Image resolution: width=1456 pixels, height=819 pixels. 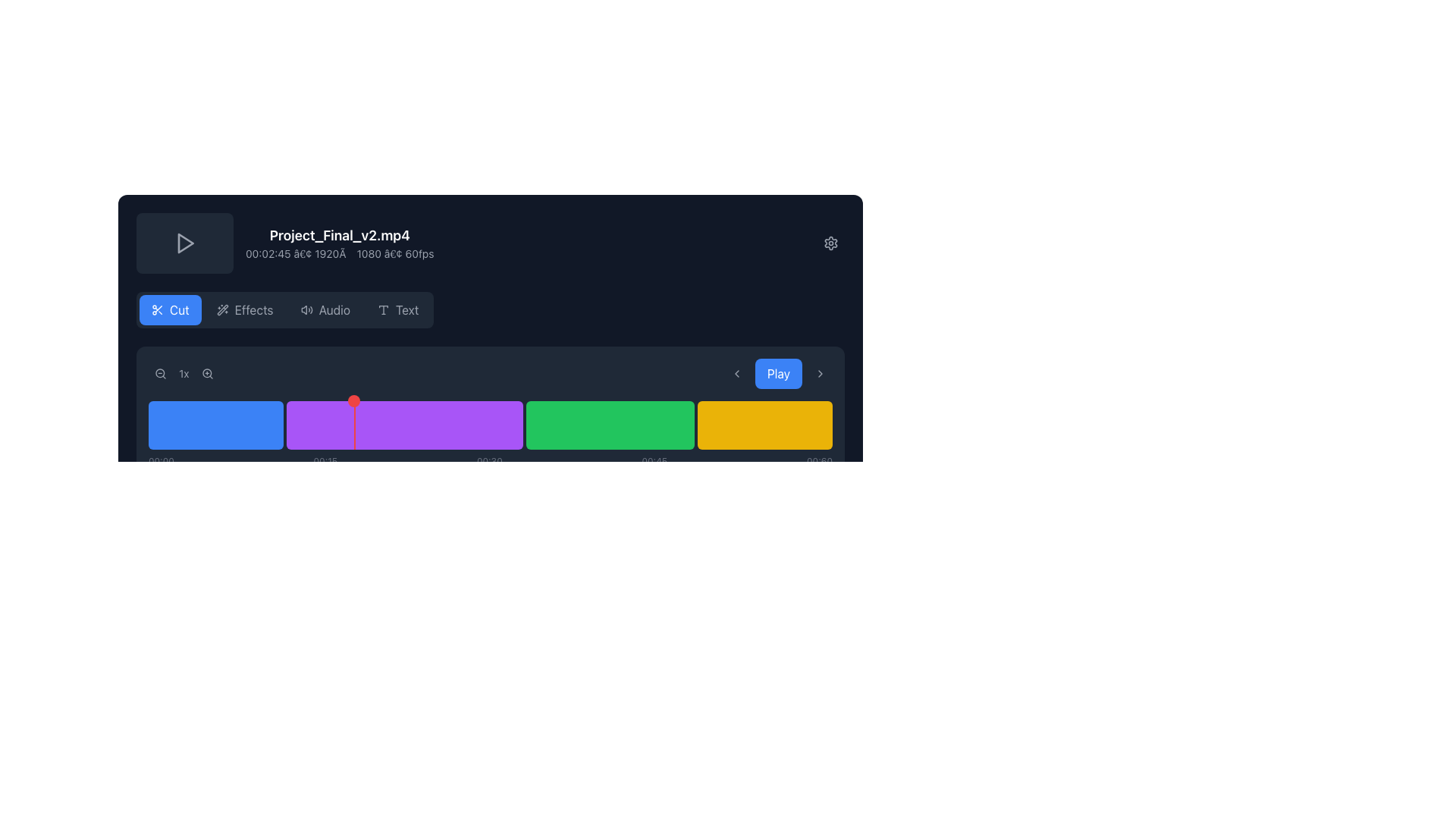 I want to click on the play button on the informational display that shows details about the video file, including title, duration, resolution, and frame rate, so click(x=491, y=242).